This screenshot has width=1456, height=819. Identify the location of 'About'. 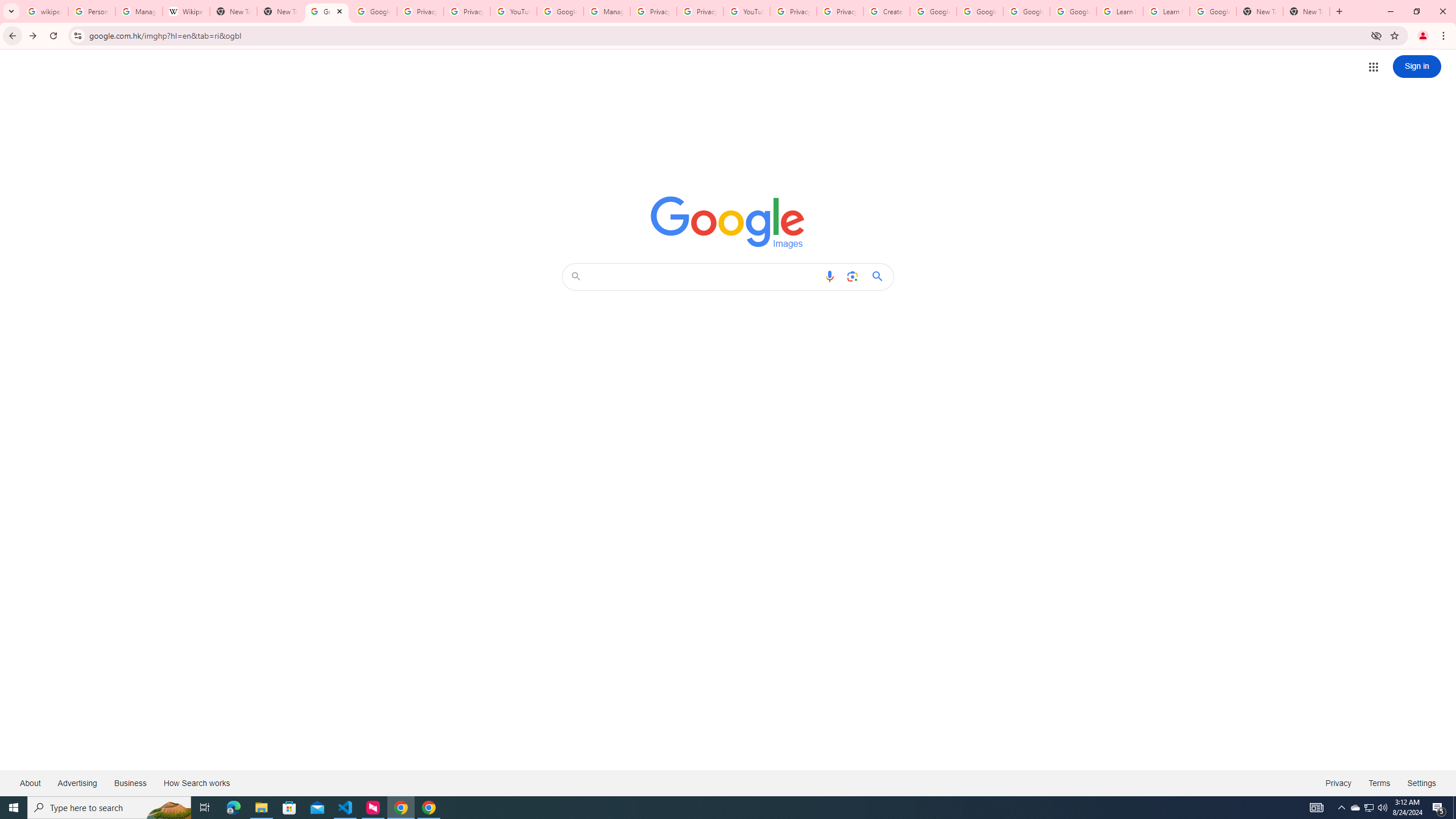
(30, 782).